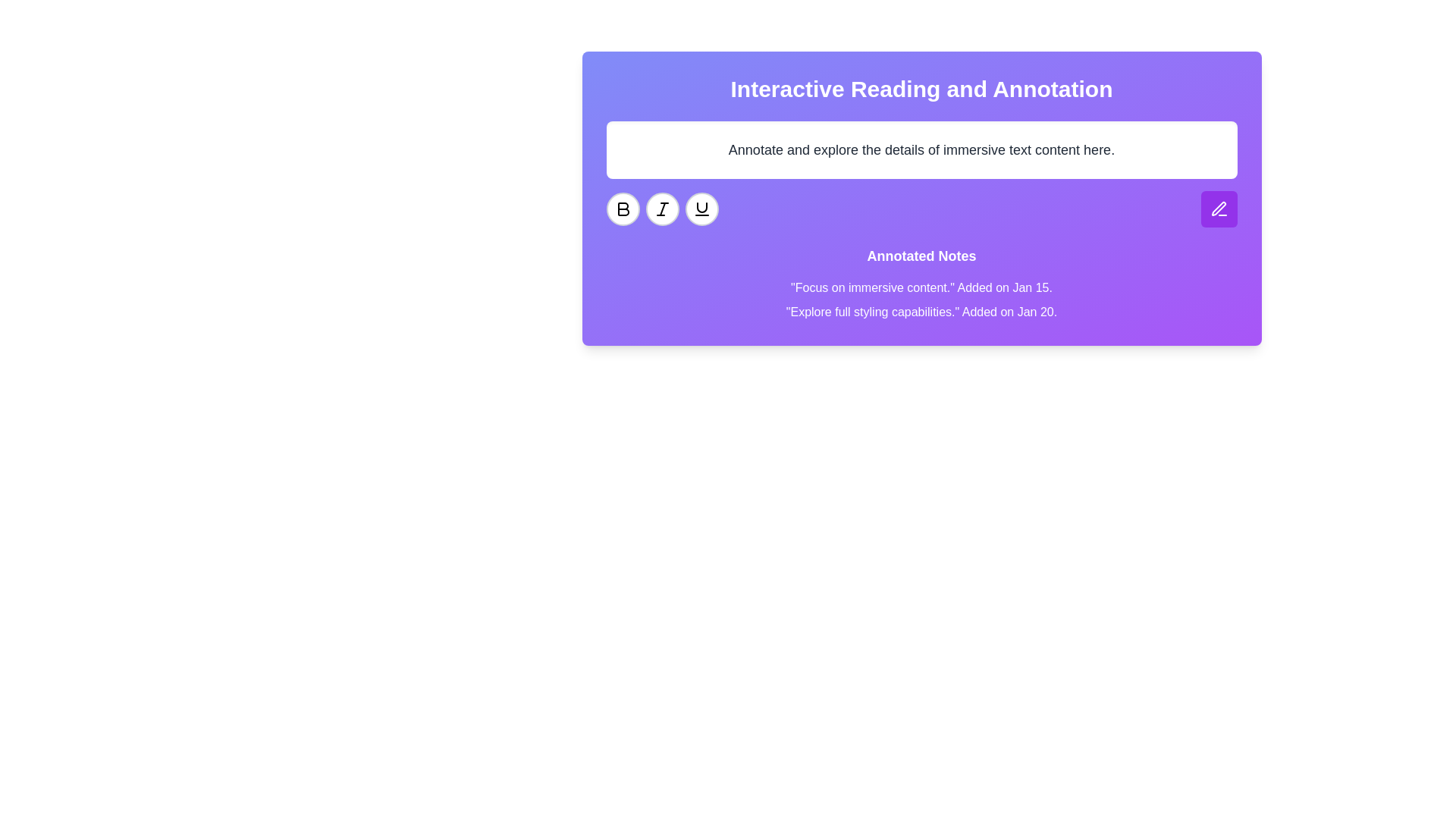  I want to click on the circular button with a white fill and gray border that features a centered italic 'I' icon, so click(662, 209).